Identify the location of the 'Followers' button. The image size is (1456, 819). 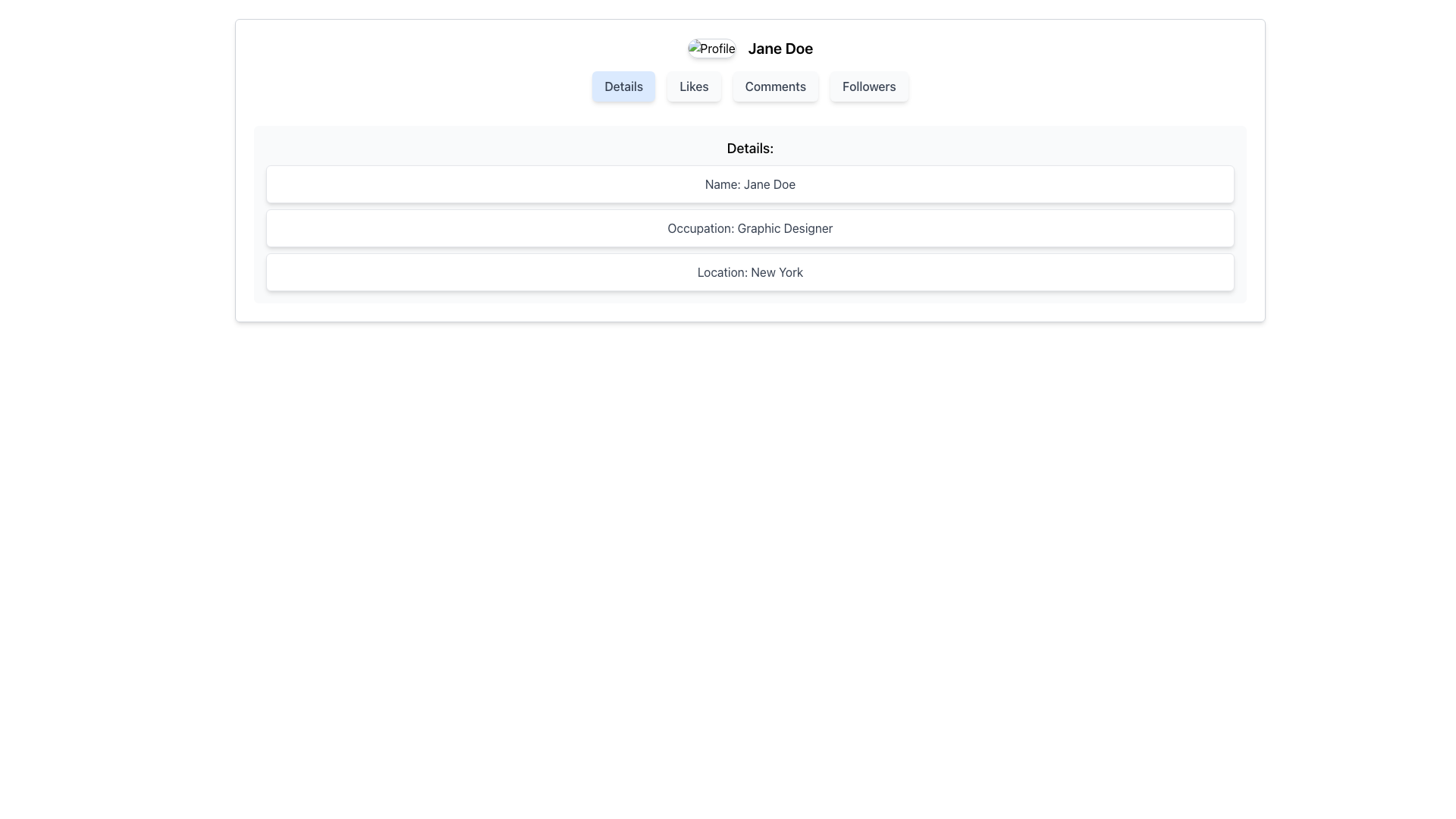
(869, 86).